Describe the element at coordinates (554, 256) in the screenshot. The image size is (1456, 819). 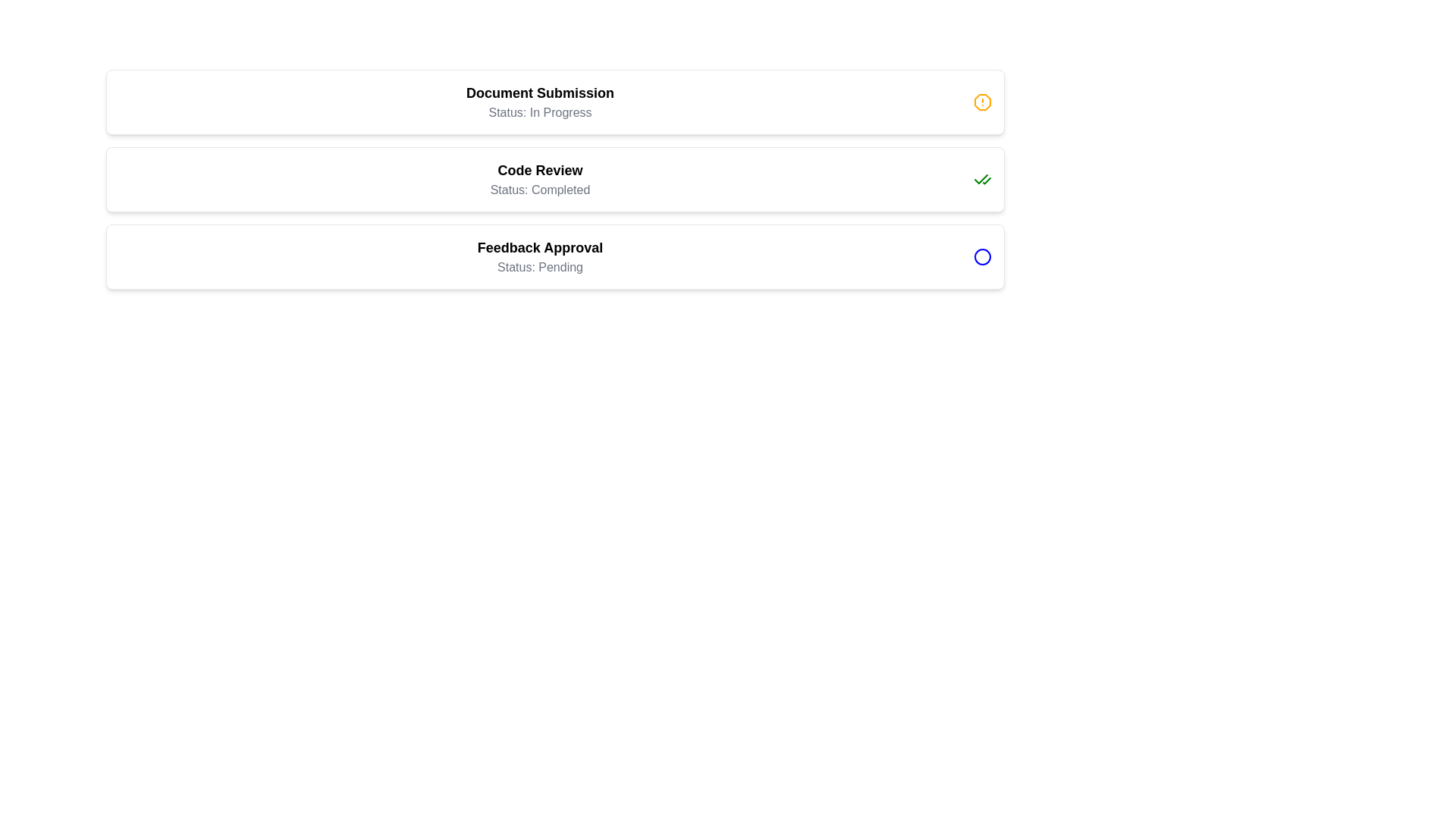
I see `the 'Feedback Approval' status card, which is the third card in a vertical stack of three, indicating its current status as 'Pending'` at that location.